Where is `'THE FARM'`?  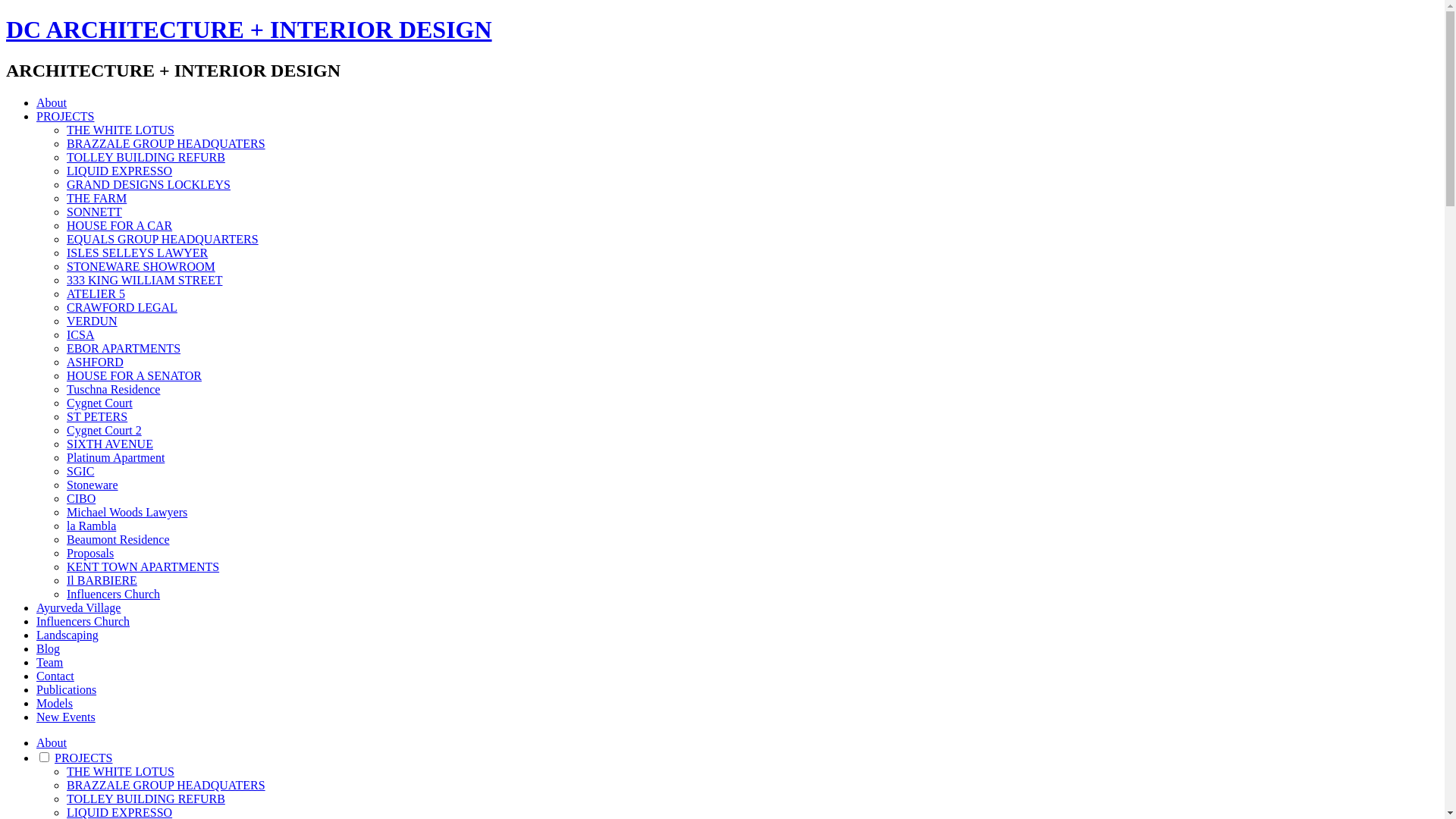
'THE FARM' is located at coordinates (96, 197).